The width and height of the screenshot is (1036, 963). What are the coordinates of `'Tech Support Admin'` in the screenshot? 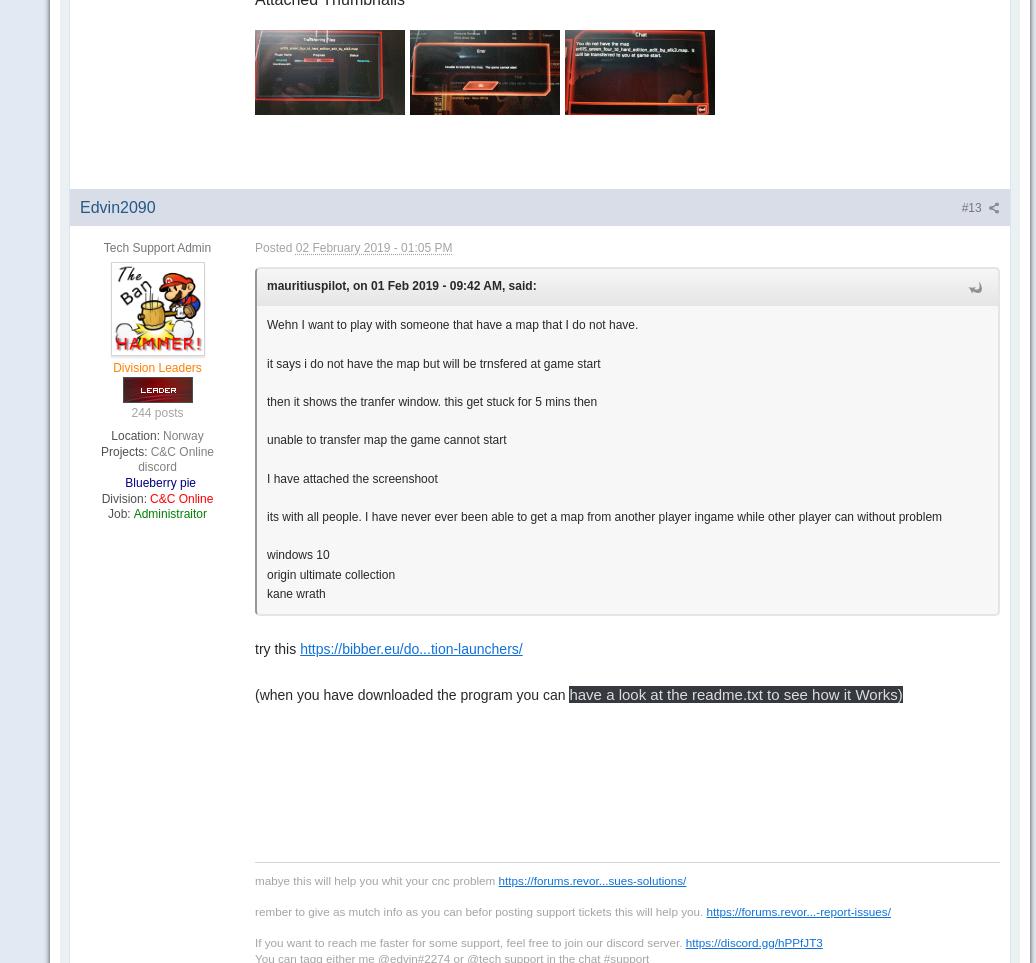 It's located at (156, 247).